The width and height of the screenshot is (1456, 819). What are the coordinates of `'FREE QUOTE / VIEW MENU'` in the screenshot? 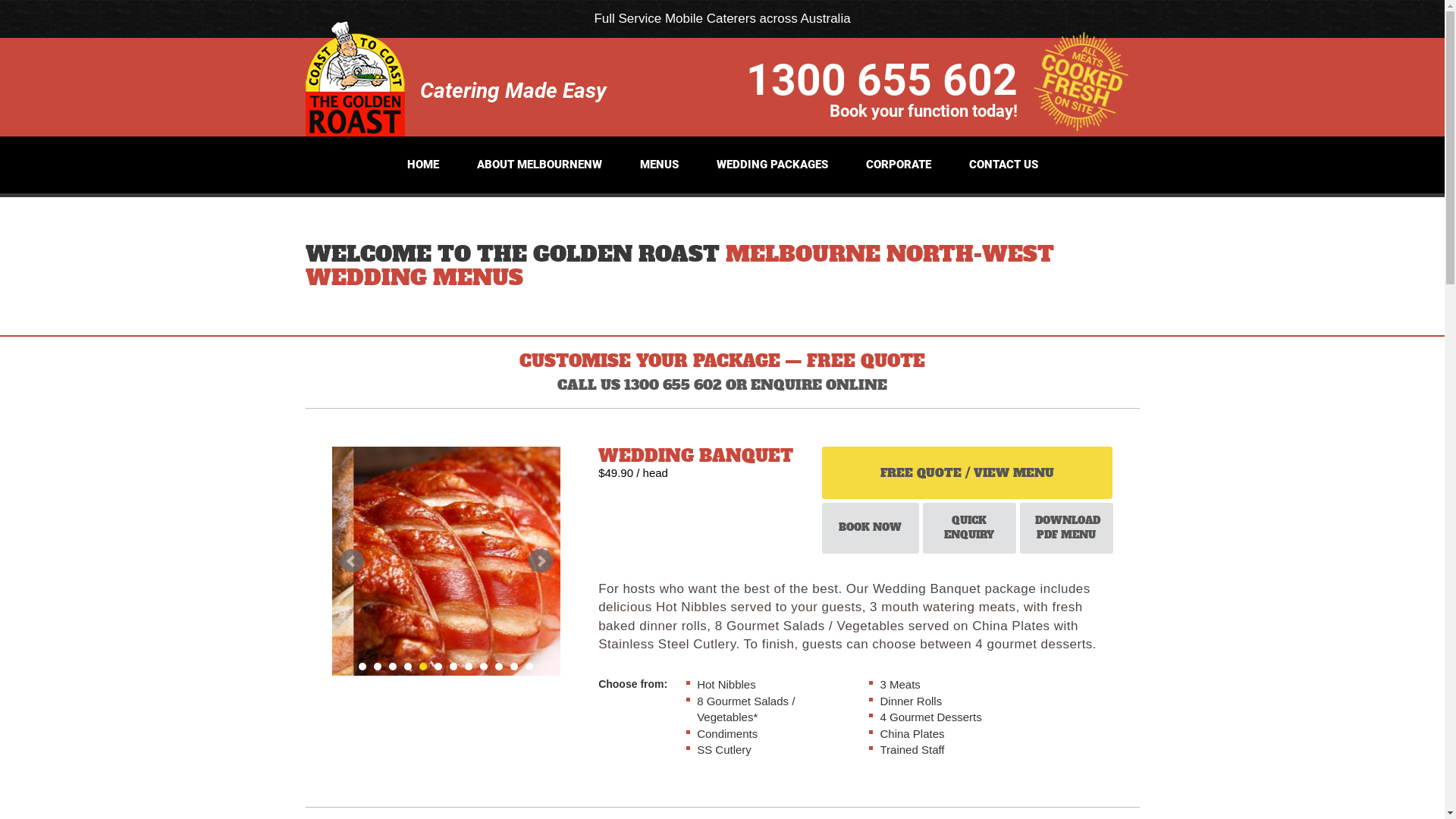 It's located at (966, 472).